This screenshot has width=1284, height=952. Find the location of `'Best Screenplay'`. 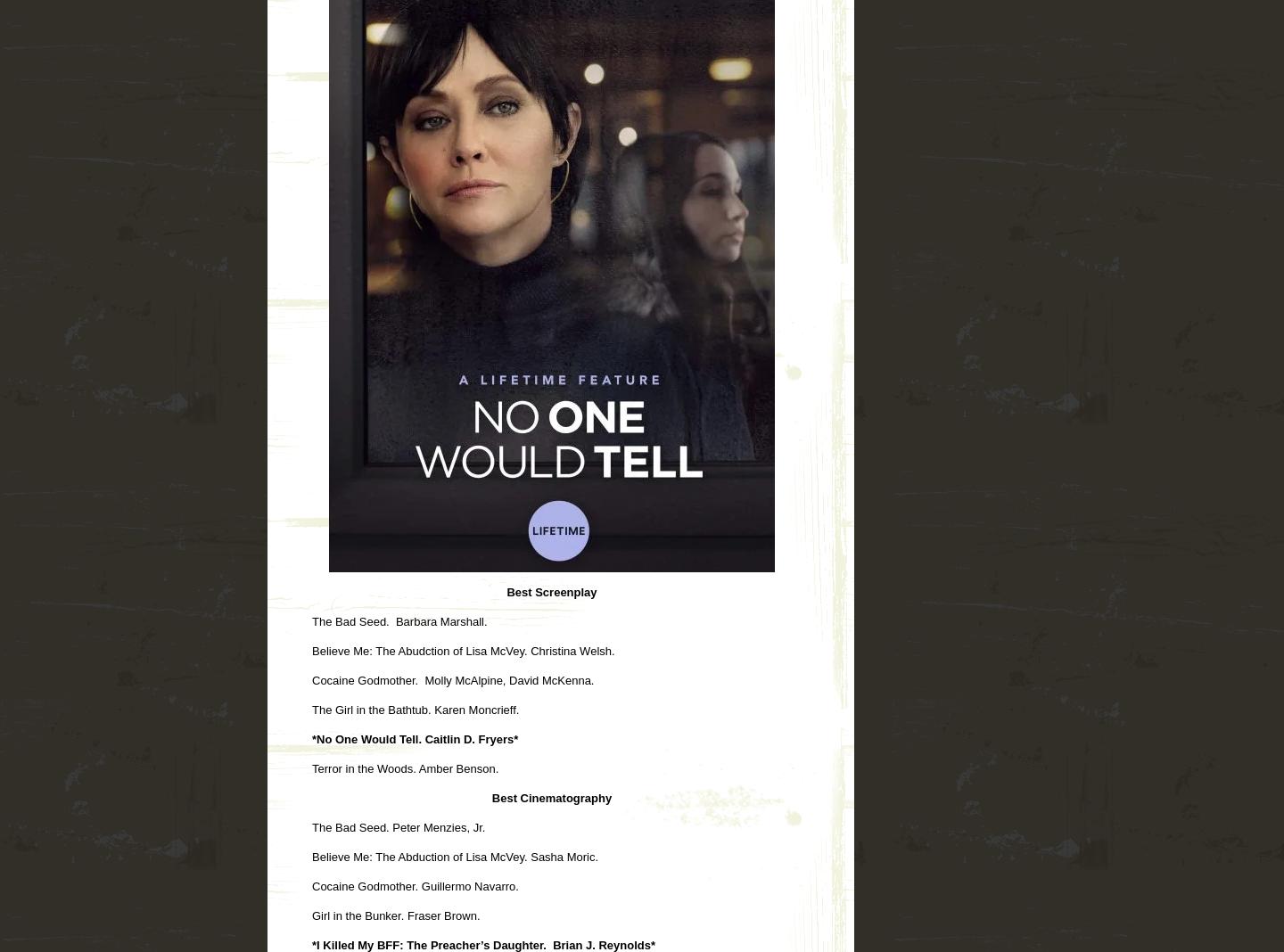

'Best Screenplay' is located at coordinates (550, 590).